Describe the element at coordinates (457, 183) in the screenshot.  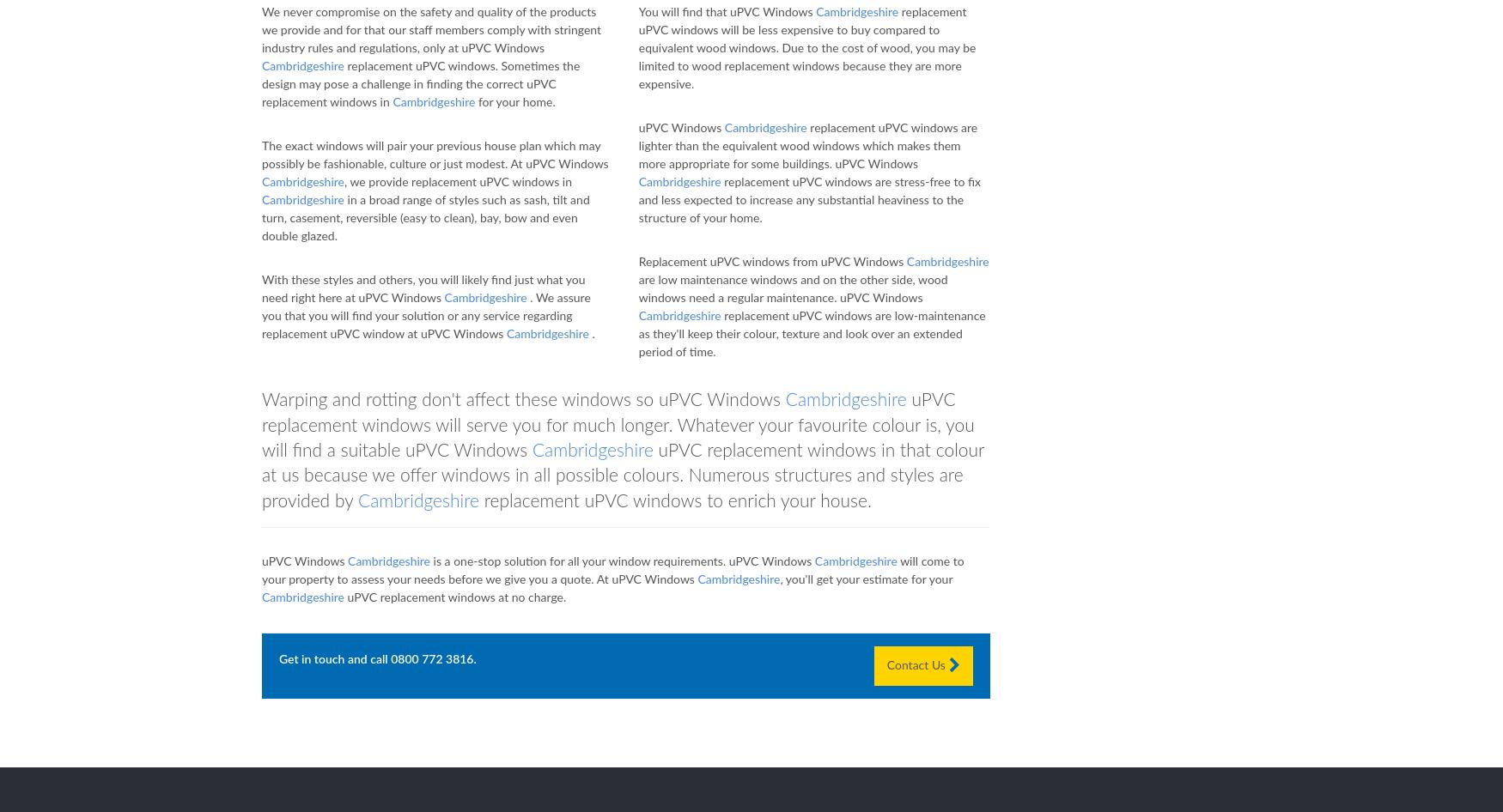
I see `', we provide replacement uPVC windows in'` at that location.